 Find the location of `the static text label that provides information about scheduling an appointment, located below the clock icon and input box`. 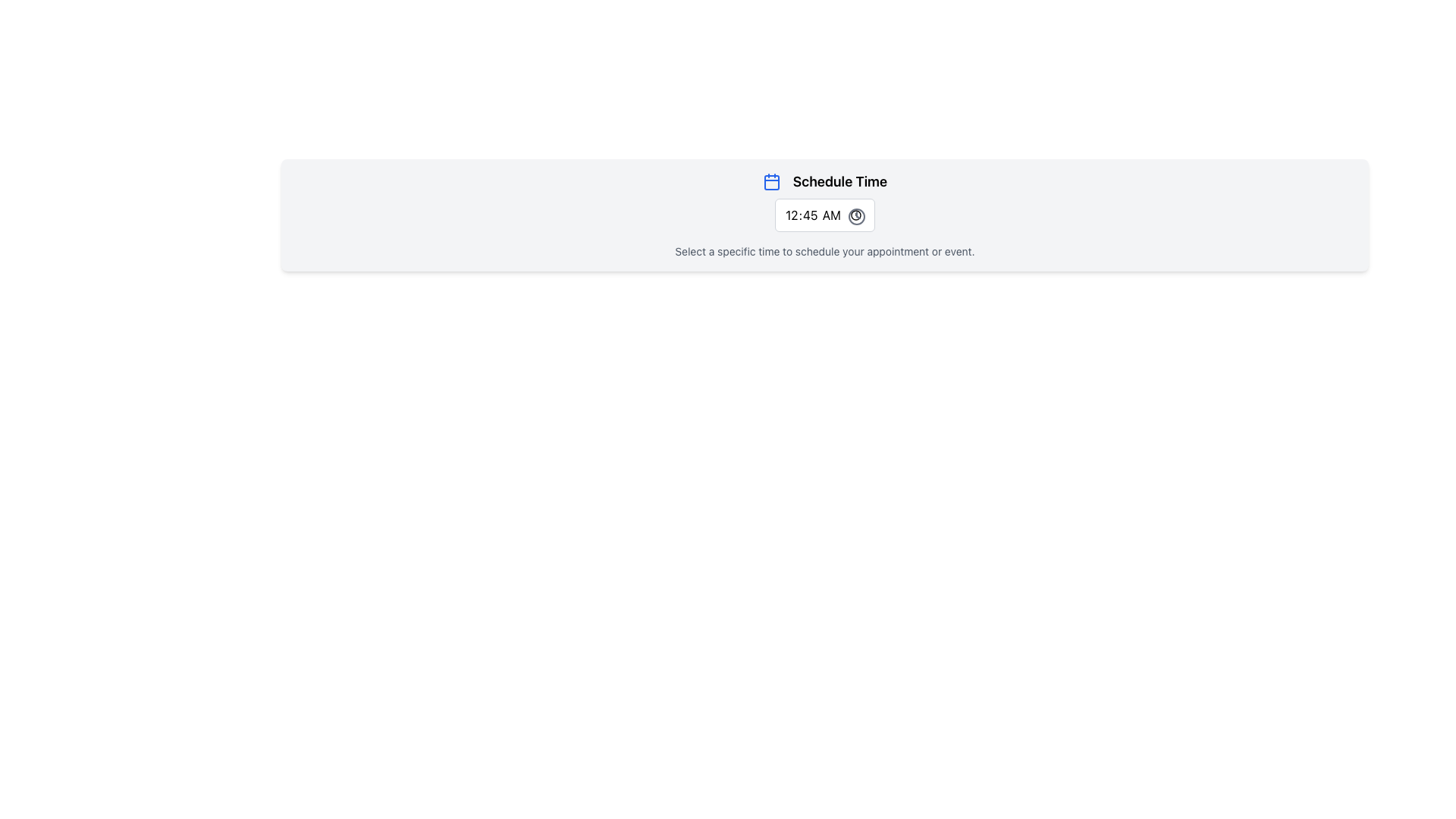

the static text label that provides information about scheduling an appointment, located below the clock icon and input box is located at coordinates (824, 250).